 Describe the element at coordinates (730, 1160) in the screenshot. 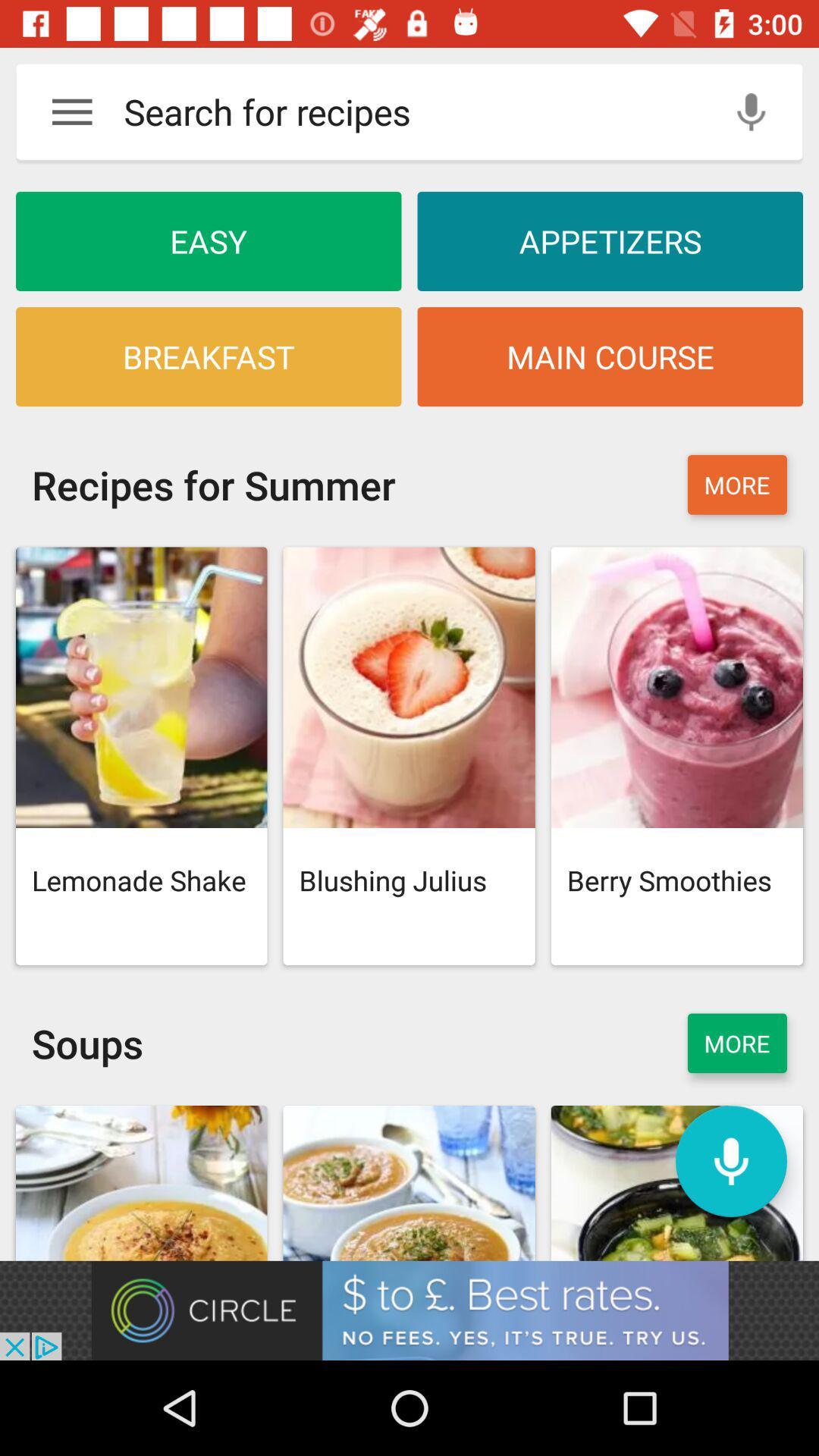

I see `mike for searching` at that location.